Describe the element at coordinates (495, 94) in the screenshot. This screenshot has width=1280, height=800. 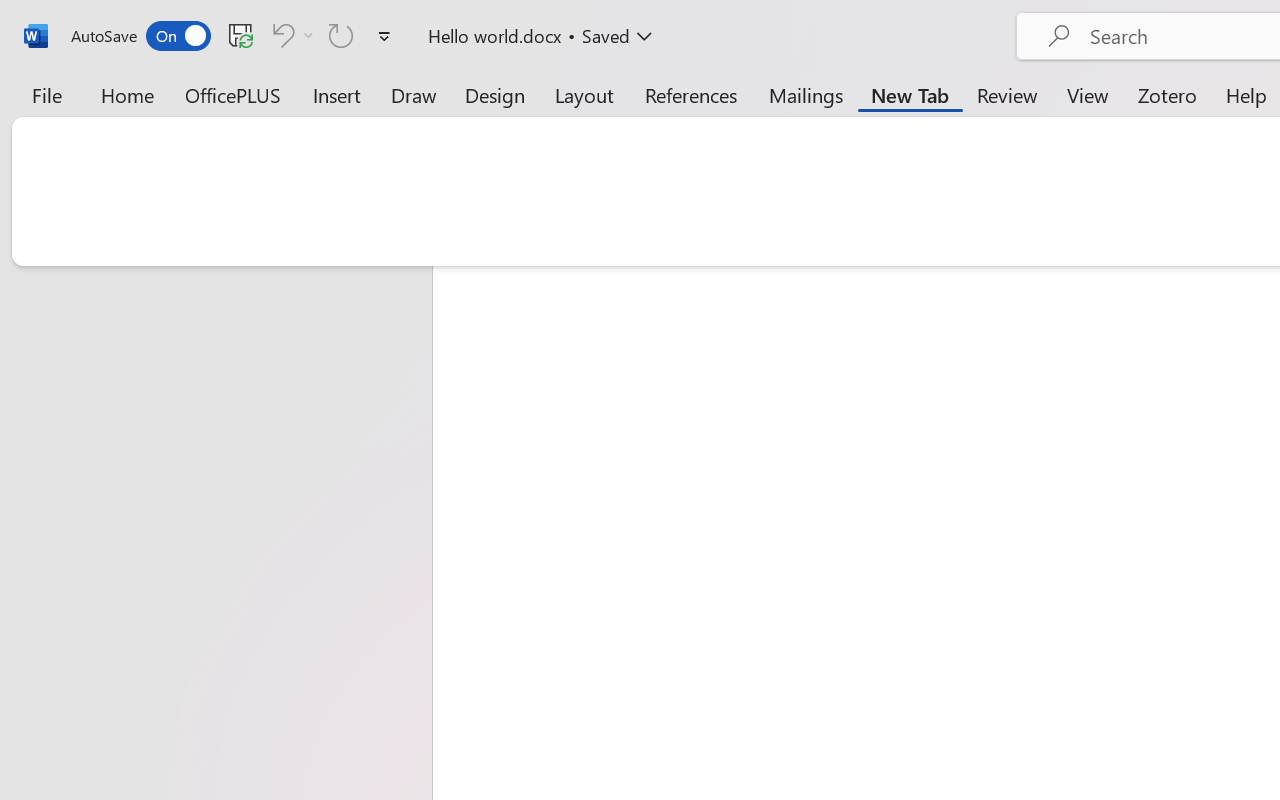
I see `'Design'` at that location.